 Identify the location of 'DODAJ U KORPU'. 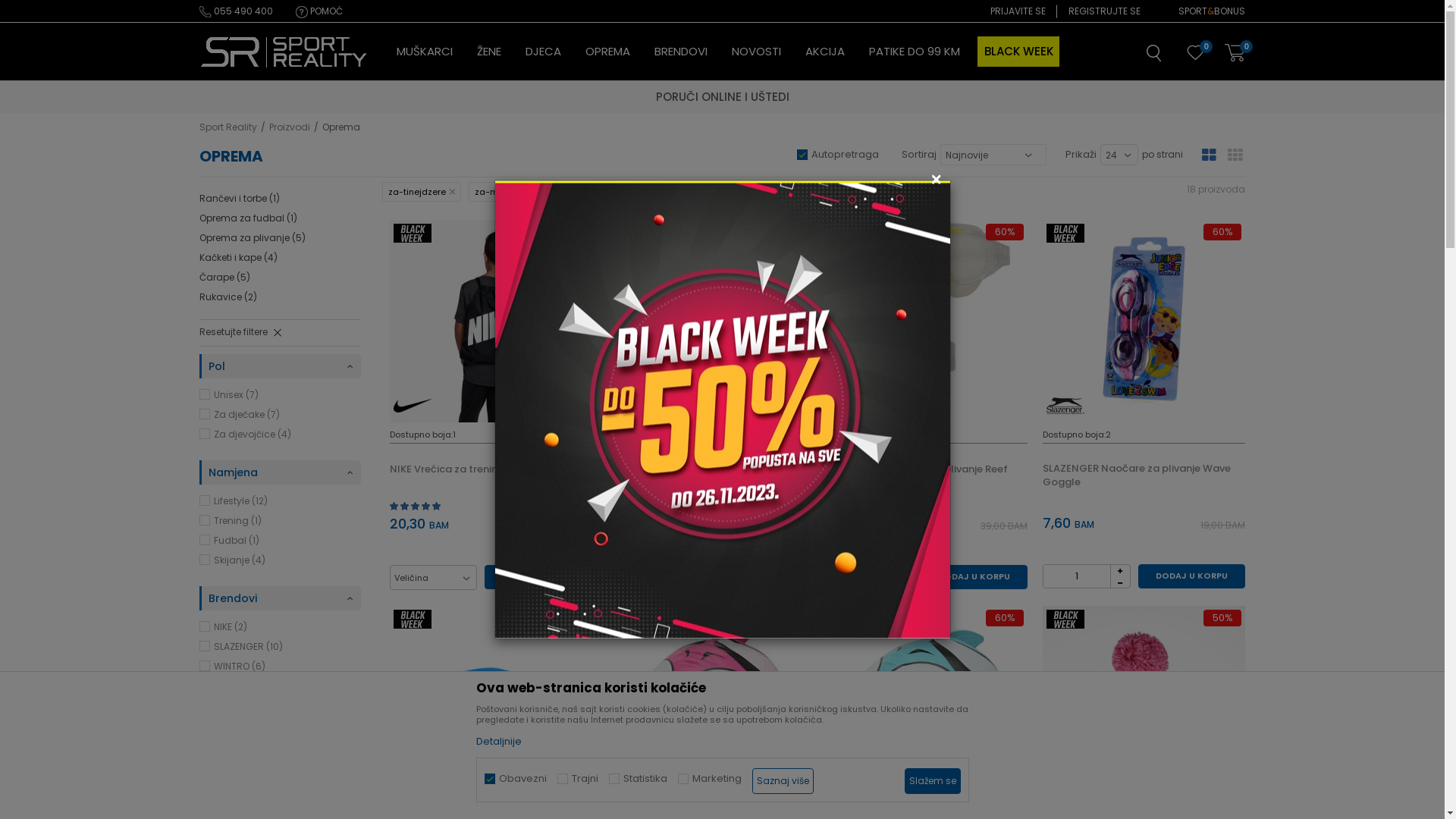
(1191, 576).